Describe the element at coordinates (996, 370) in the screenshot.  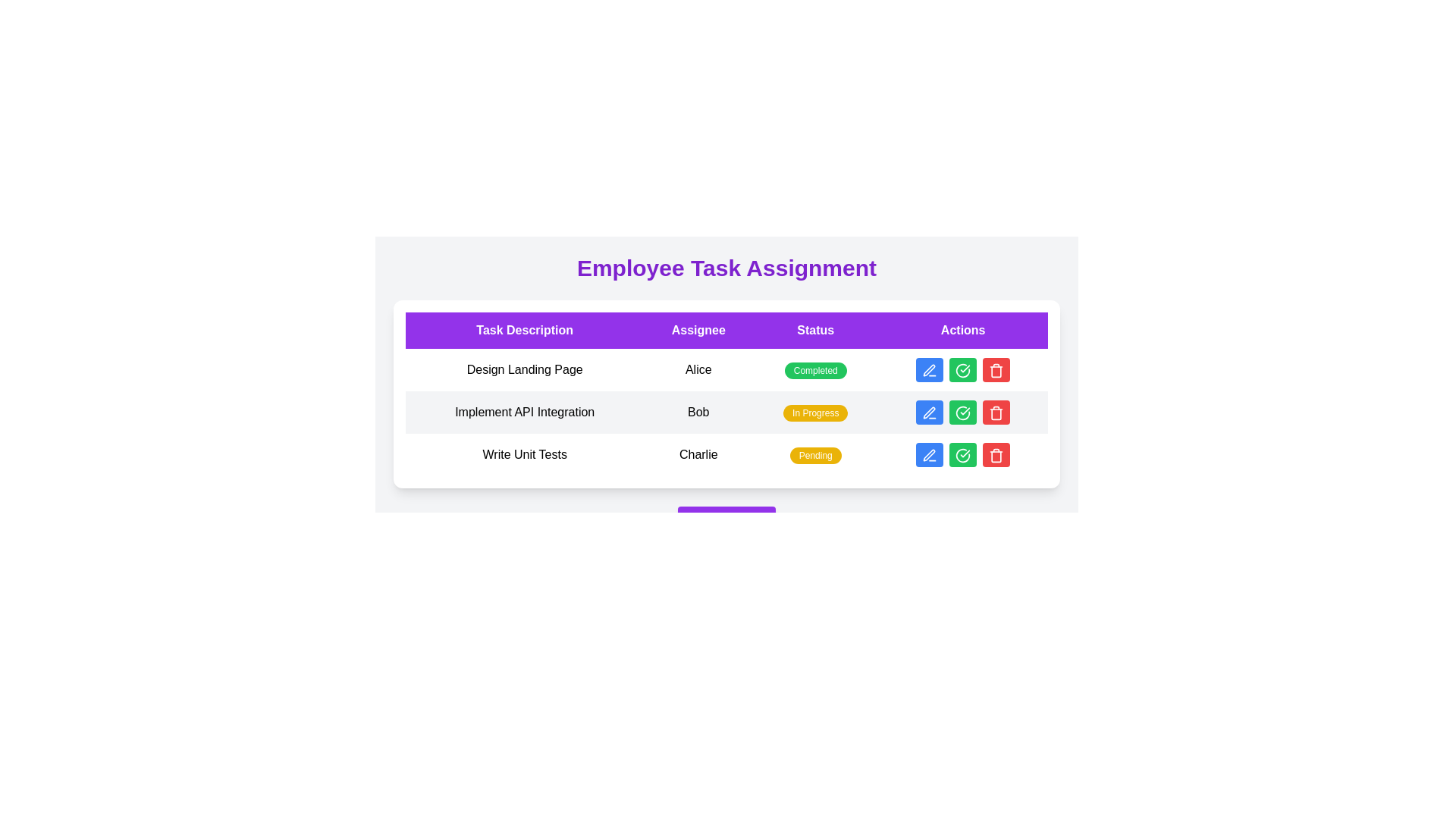
I see `the delete button in the third row of the Actions column` at that location.